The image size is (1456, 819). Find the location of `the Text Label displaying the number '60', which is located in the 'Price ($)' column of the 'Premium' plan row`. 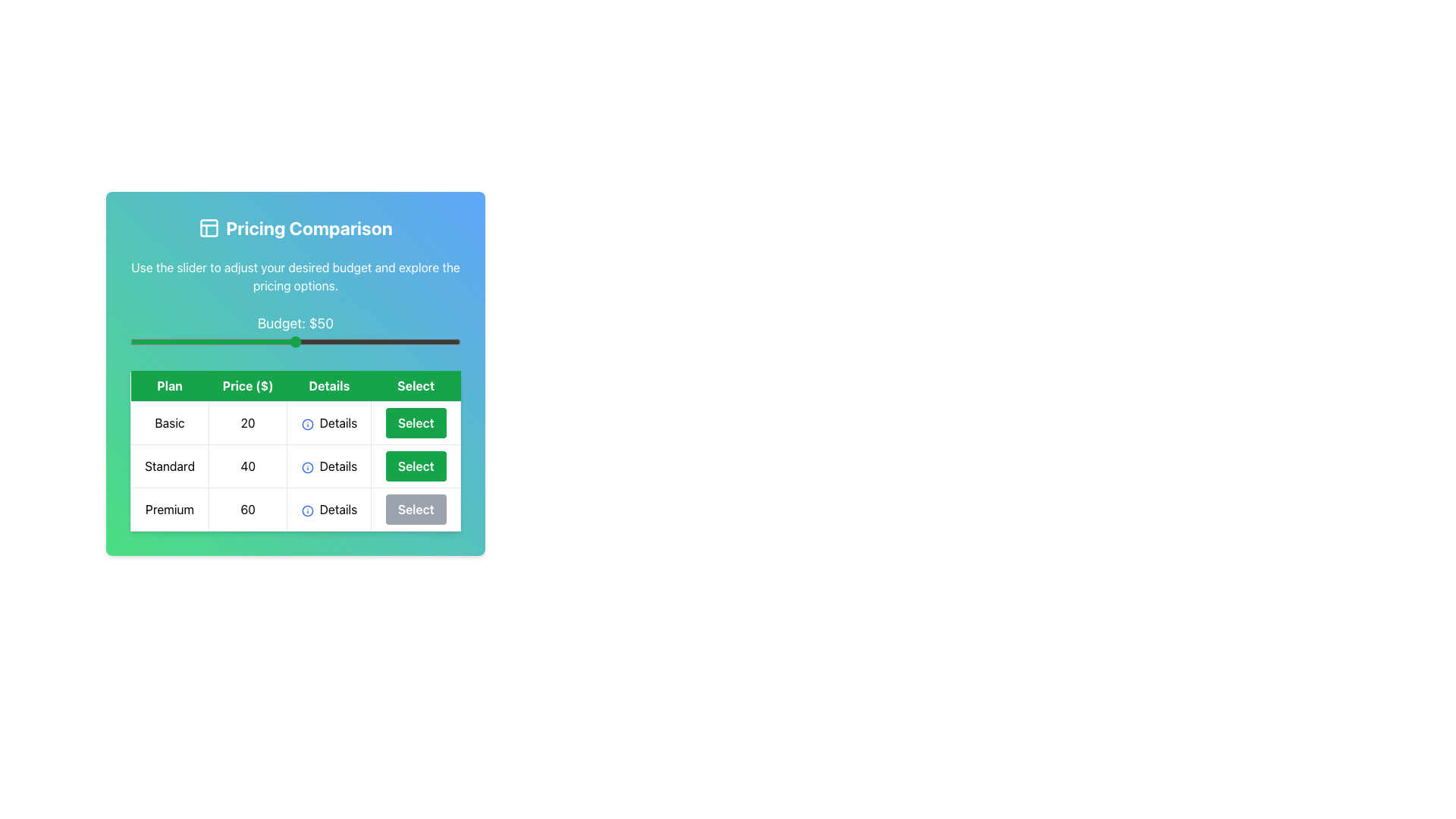

the Text Label displaying the number '60', which is located in the 'Price ($)' column of the 'Premium' plan row is located at coordinates (248, 509).